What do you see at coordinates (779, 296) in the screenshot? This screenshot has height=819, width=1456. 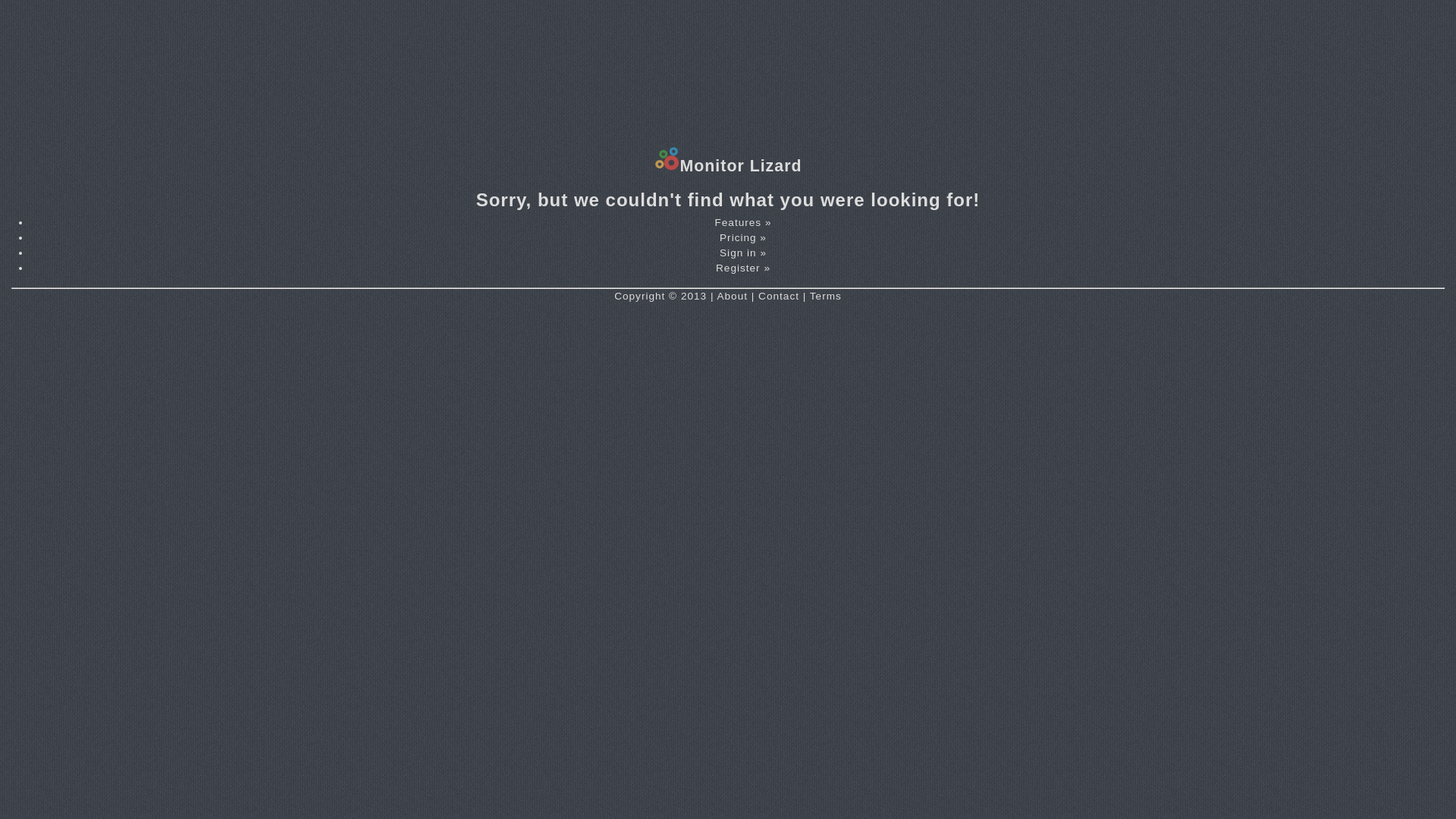 I see `'Contact'` at bounding box center [779, 296].